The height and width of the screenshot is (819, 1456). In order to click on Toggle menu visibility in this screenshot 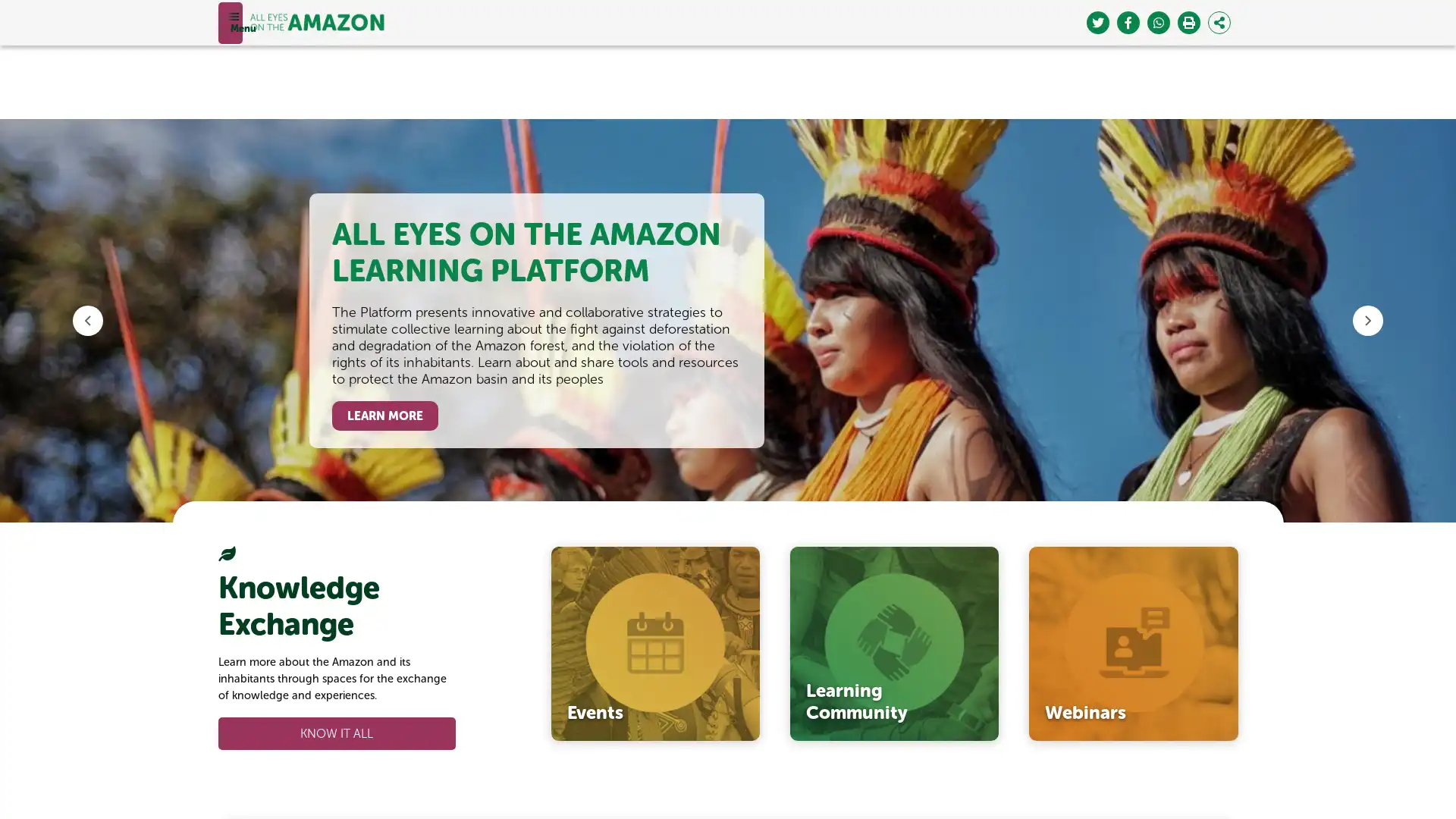, I will do `click(228, 22)`.